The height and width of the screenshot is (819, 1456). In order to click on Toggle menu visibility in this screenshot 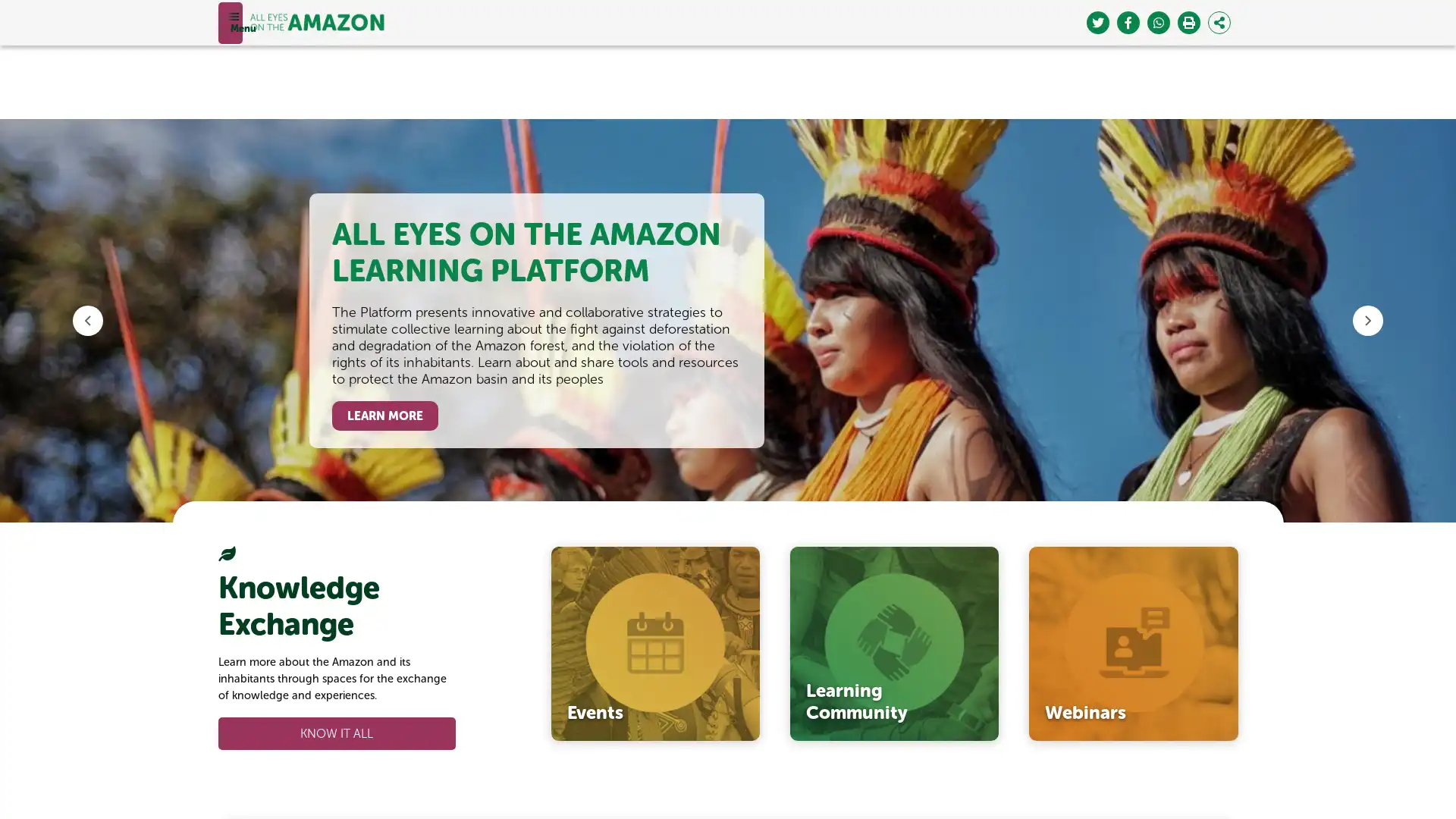, I will do `click(228, 22)`.